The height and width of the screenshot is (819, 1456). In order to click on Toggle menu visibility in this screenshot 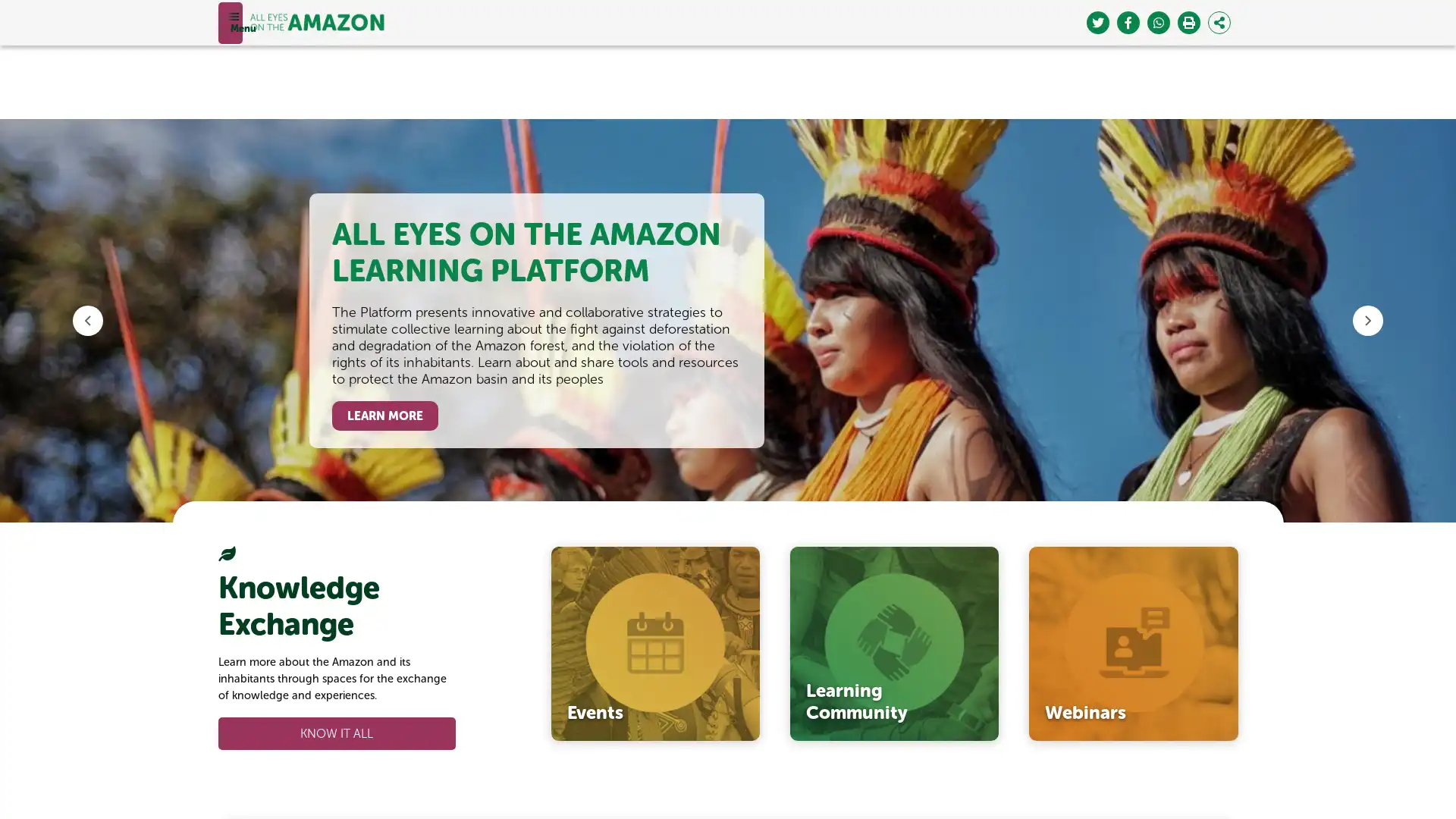, I will do `click(228, 22)`.